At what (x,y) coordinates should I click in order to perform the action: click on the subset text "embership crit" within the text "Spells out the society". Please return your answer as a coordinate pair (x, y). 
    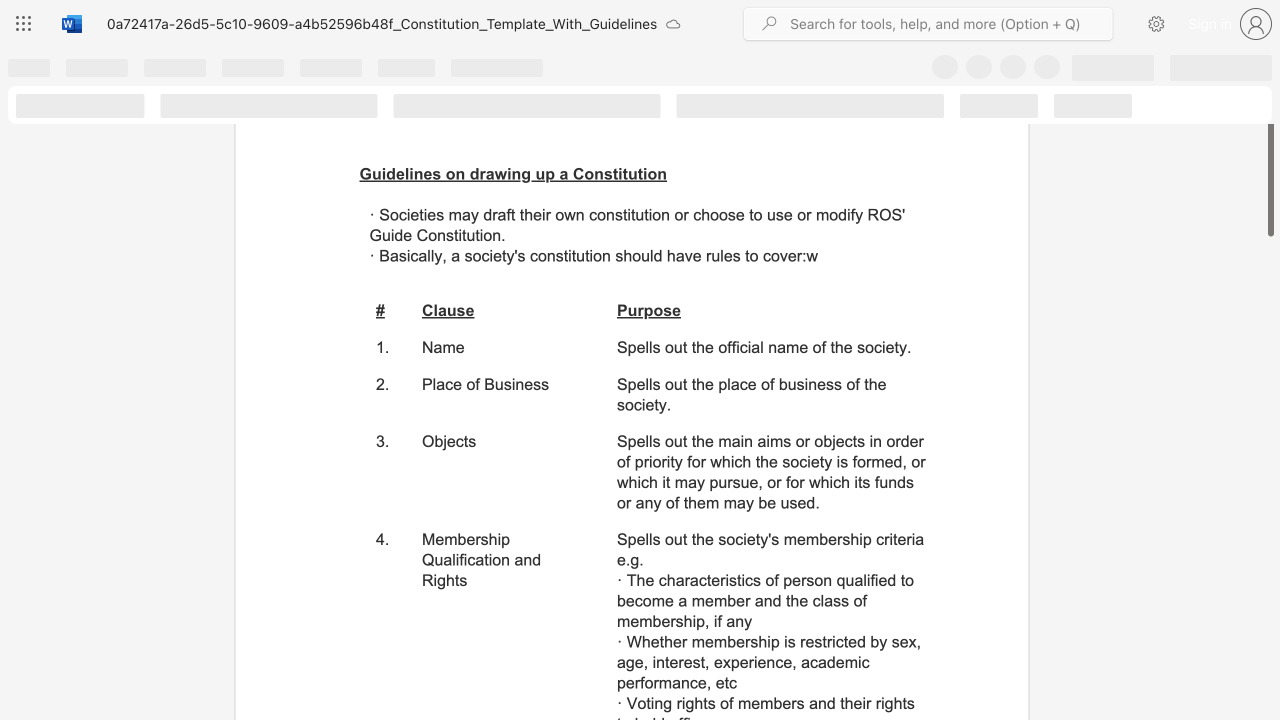
    Looking at the image, I should click on (796, 538).